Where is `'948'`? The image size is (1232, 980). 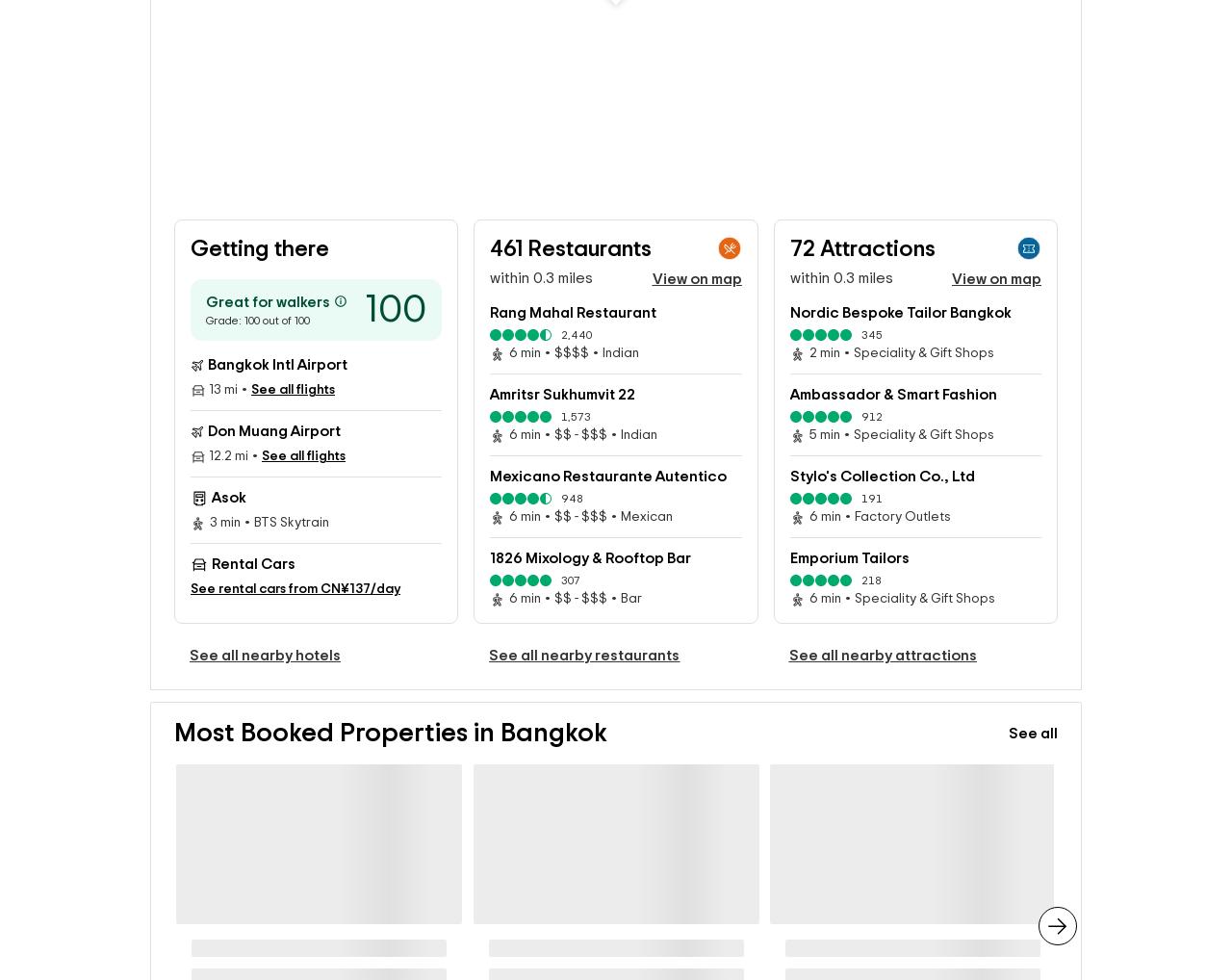
'948' is located at coordinates (560, 523).